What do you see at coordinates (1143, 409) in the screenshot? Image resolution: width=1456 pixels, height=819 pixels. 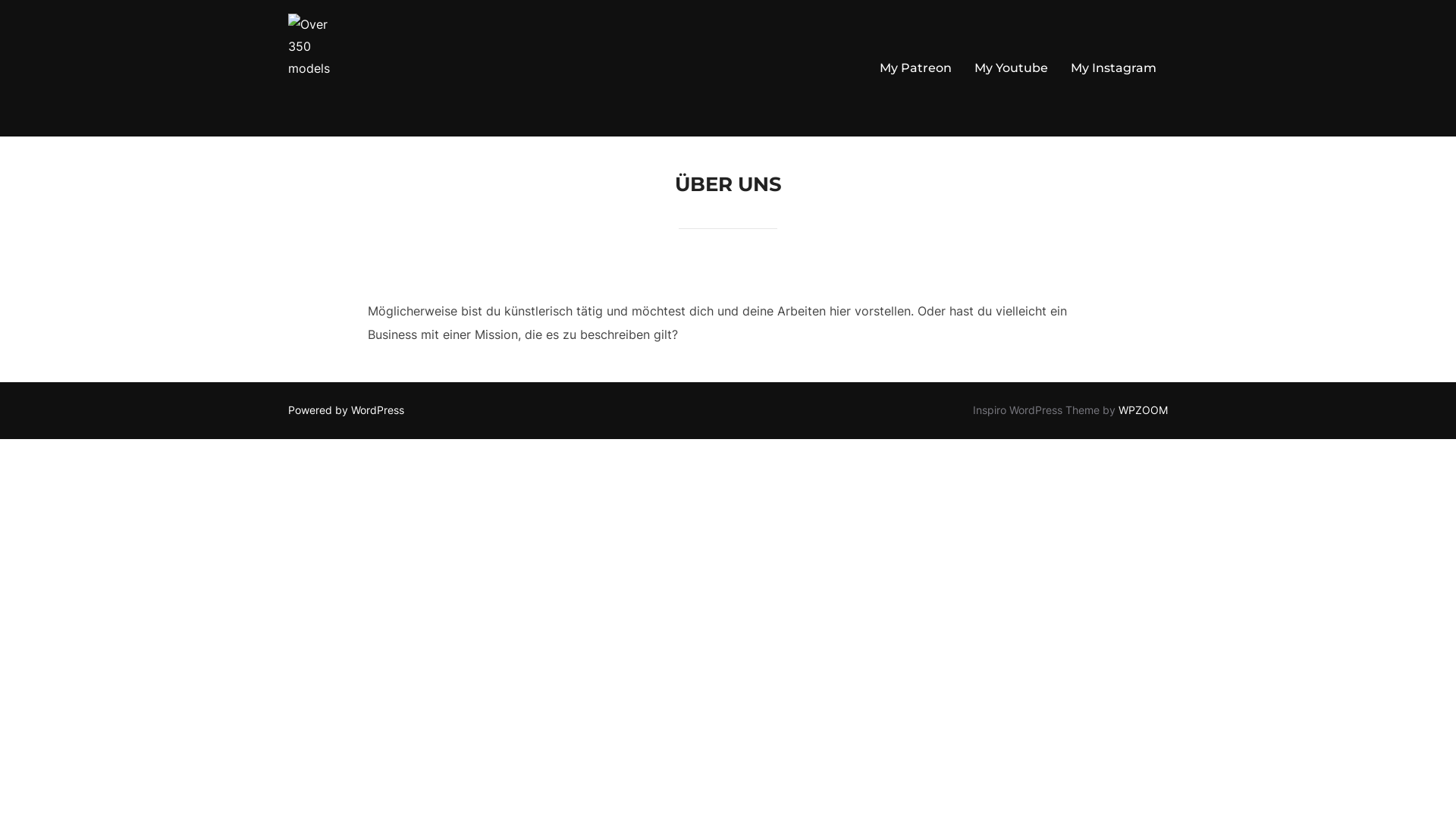 I see `'WPZOOM'` at bounding box center [1143, 409].